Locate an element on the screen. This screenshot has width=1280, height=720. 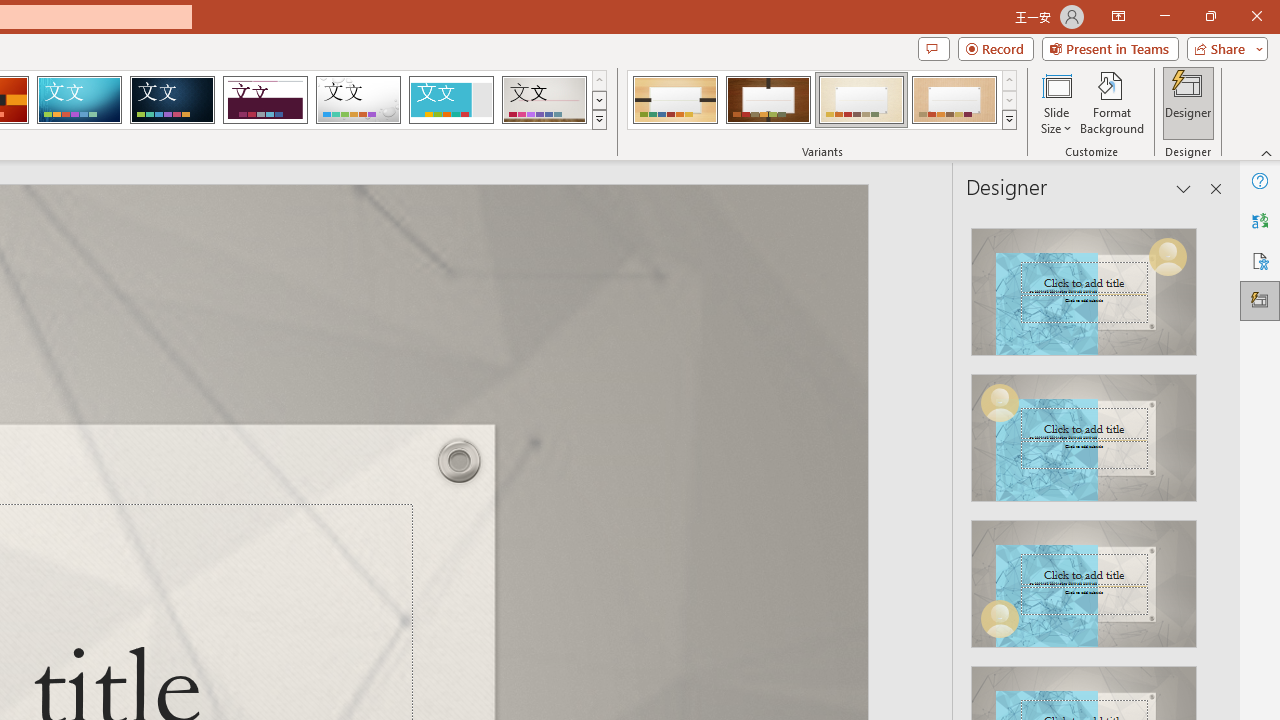
'Class: NetUIImage' is located at coordinates (1009, 119).